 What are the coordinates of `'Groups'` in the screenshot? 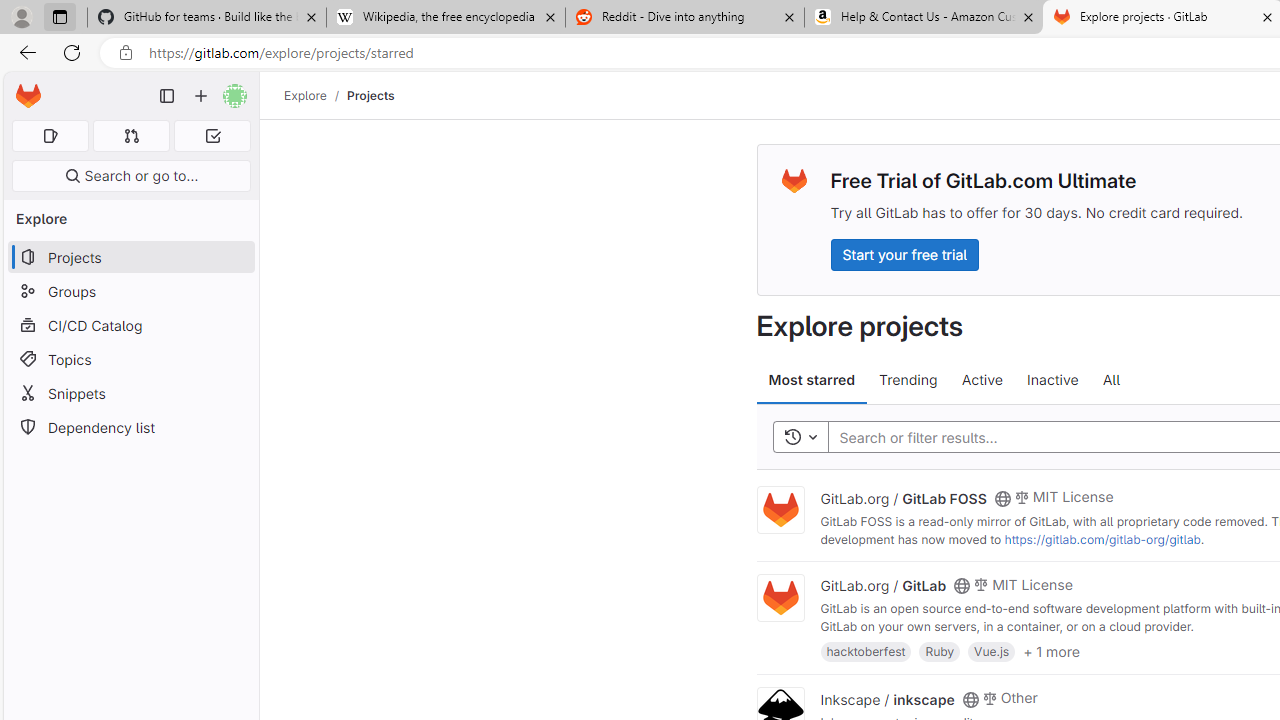 It's located at (130, 291).